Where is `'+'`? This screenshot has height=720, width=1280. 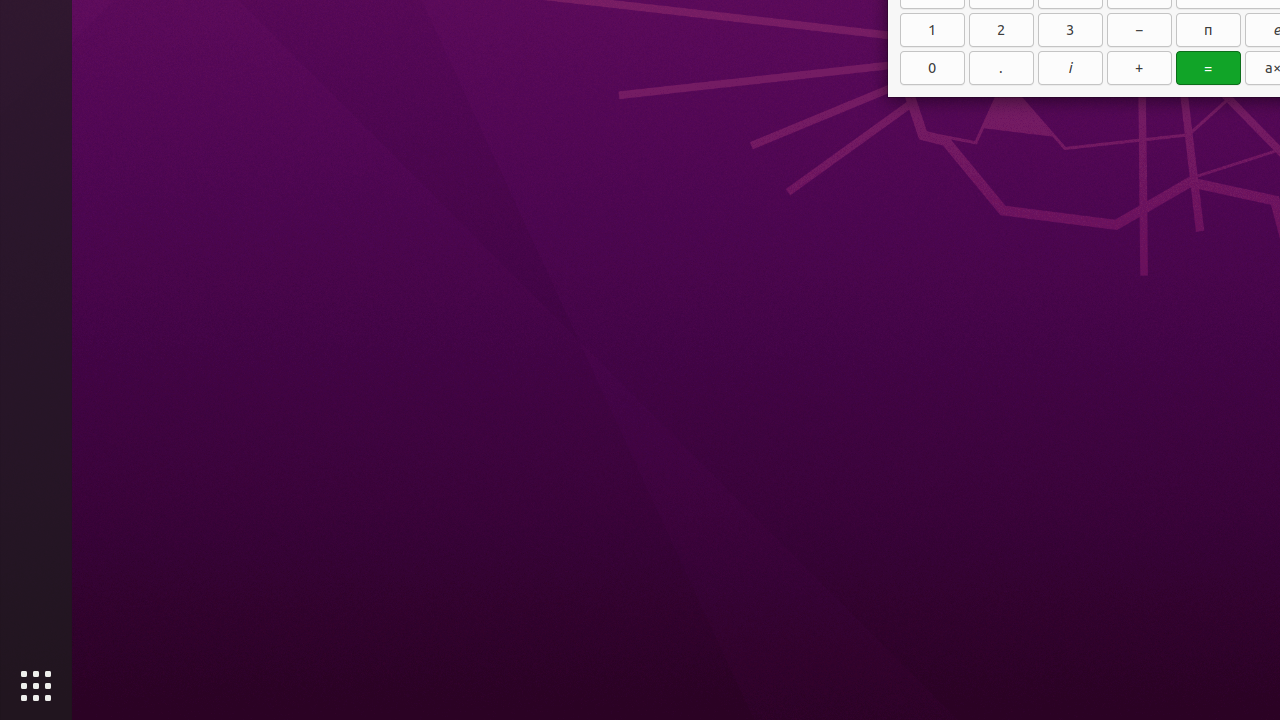 '+' is located at coordinates (1139, 66).